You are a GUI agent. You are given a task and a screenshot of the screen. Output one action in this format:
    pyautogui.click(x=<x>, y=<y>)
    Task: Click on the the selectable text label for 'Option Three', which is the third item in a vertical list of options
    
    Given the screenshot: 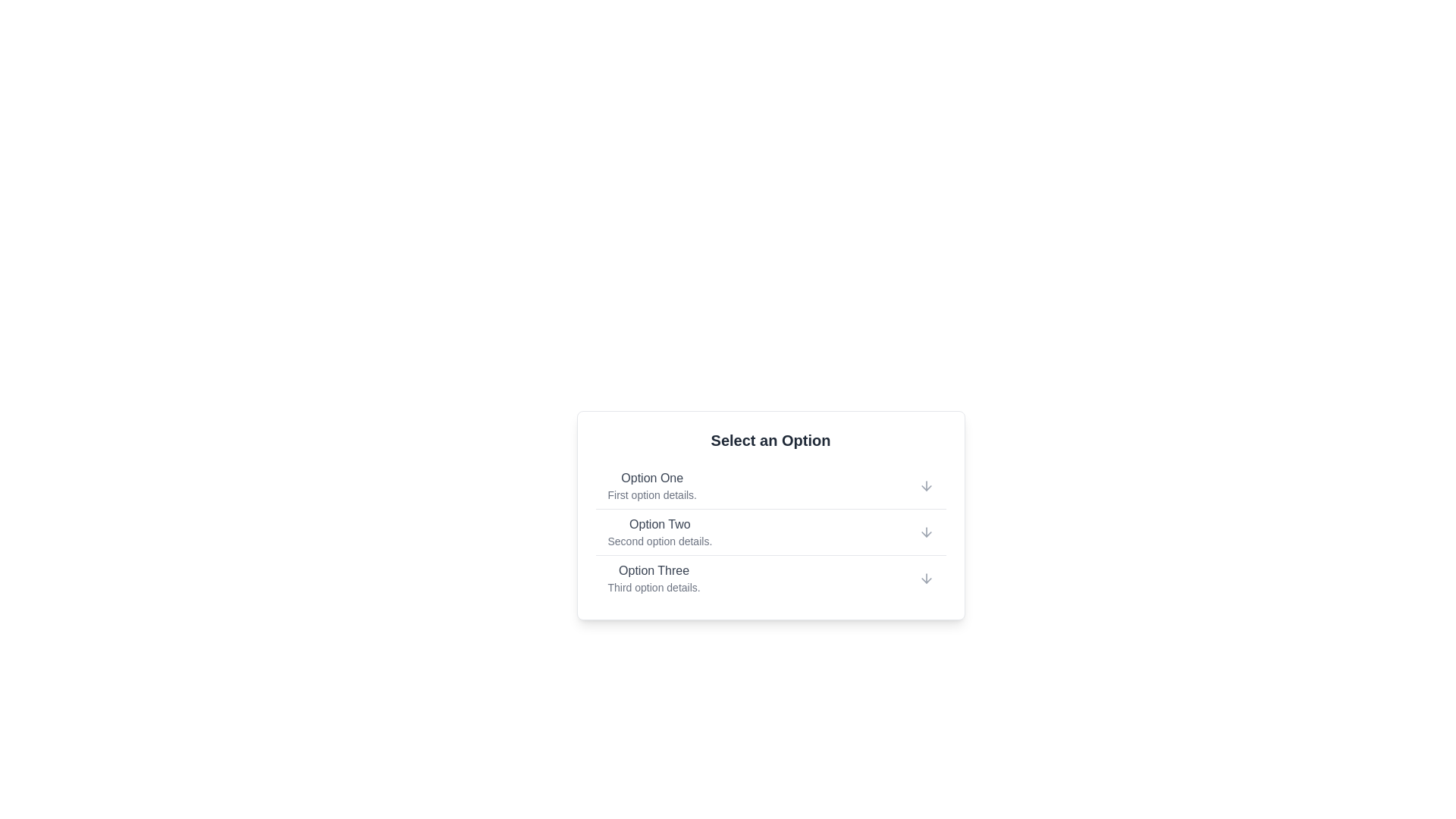 What is the action you would take?
    pyautogui.click(x=654, y=579)
    